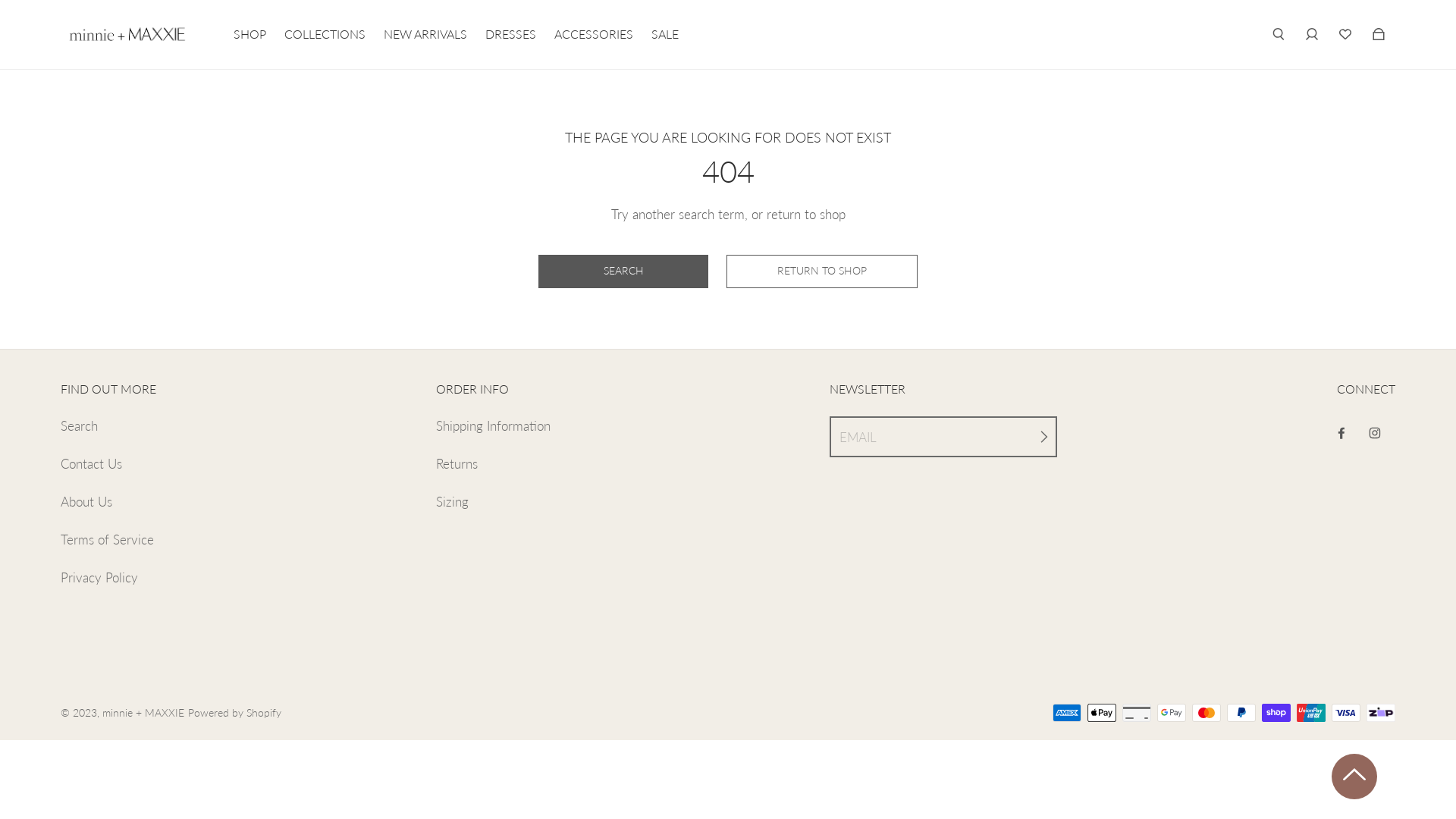 The image size is (1456, 819). What do you see at coordinates (234, 713) in the screenshot?
I see `'Powered by Shopify'` at bounding box center [234, 713].